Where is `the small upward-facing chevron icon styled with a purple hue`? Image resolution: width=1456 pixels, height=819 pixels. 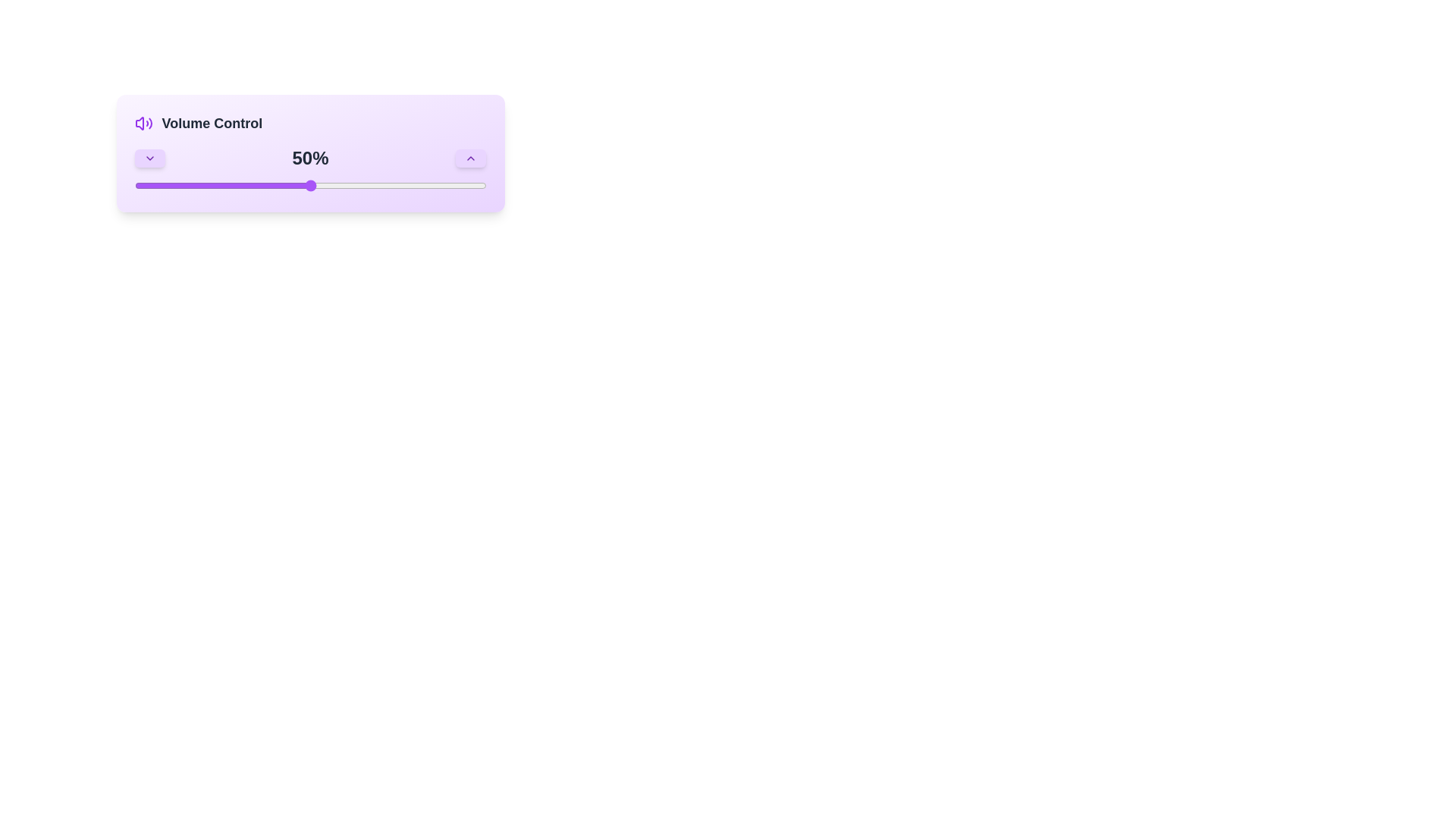
the small upward-facing chevron icon styled with a purple hue is located at coordinates (470, 158).